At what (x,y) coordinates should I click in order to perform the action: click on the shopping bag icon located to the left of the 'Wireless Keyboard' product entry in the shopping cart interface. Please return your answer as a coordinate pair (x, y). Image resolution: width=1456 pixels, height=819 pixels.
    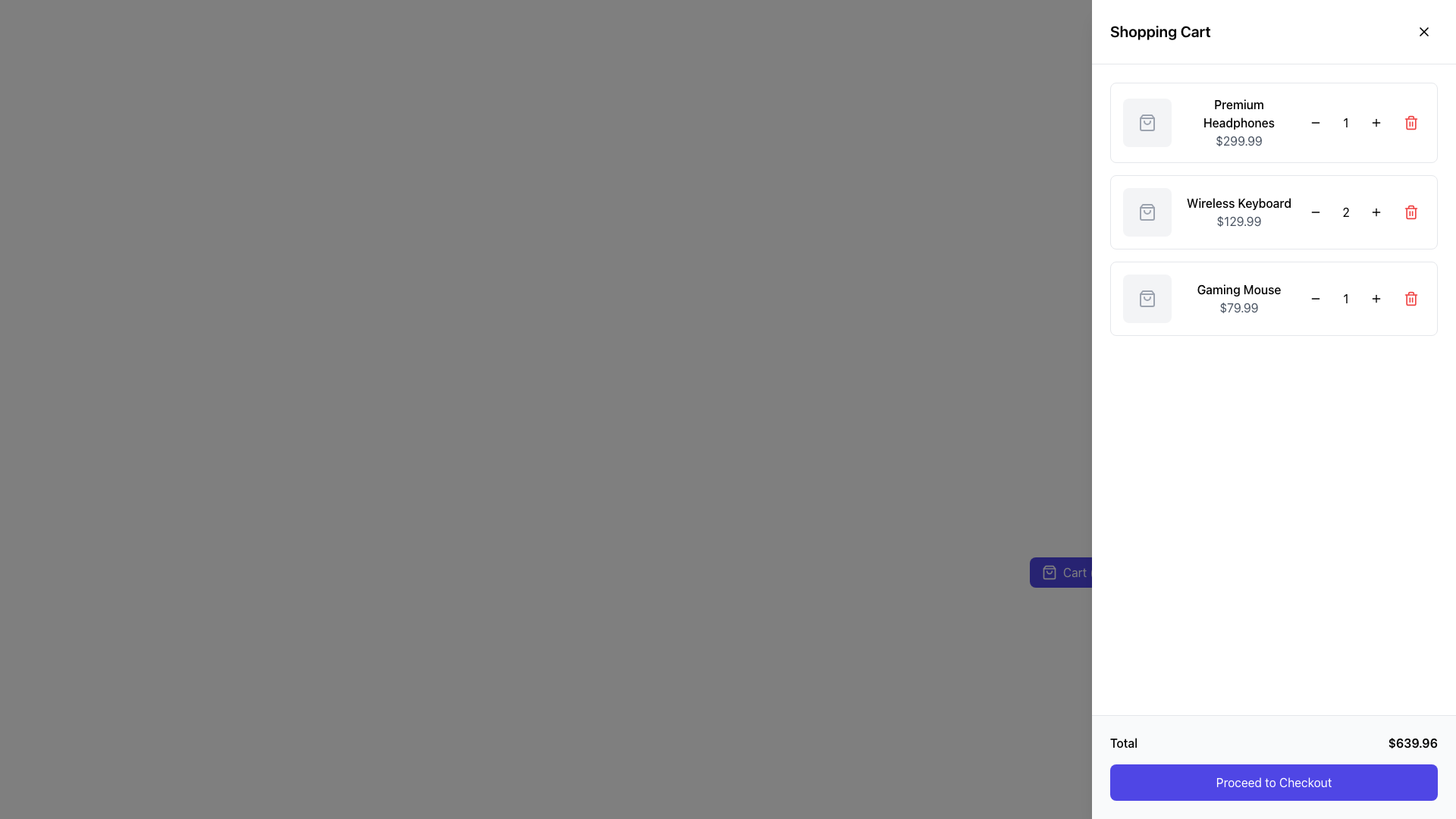
    Looking at the image, I should click on (1147, 212).